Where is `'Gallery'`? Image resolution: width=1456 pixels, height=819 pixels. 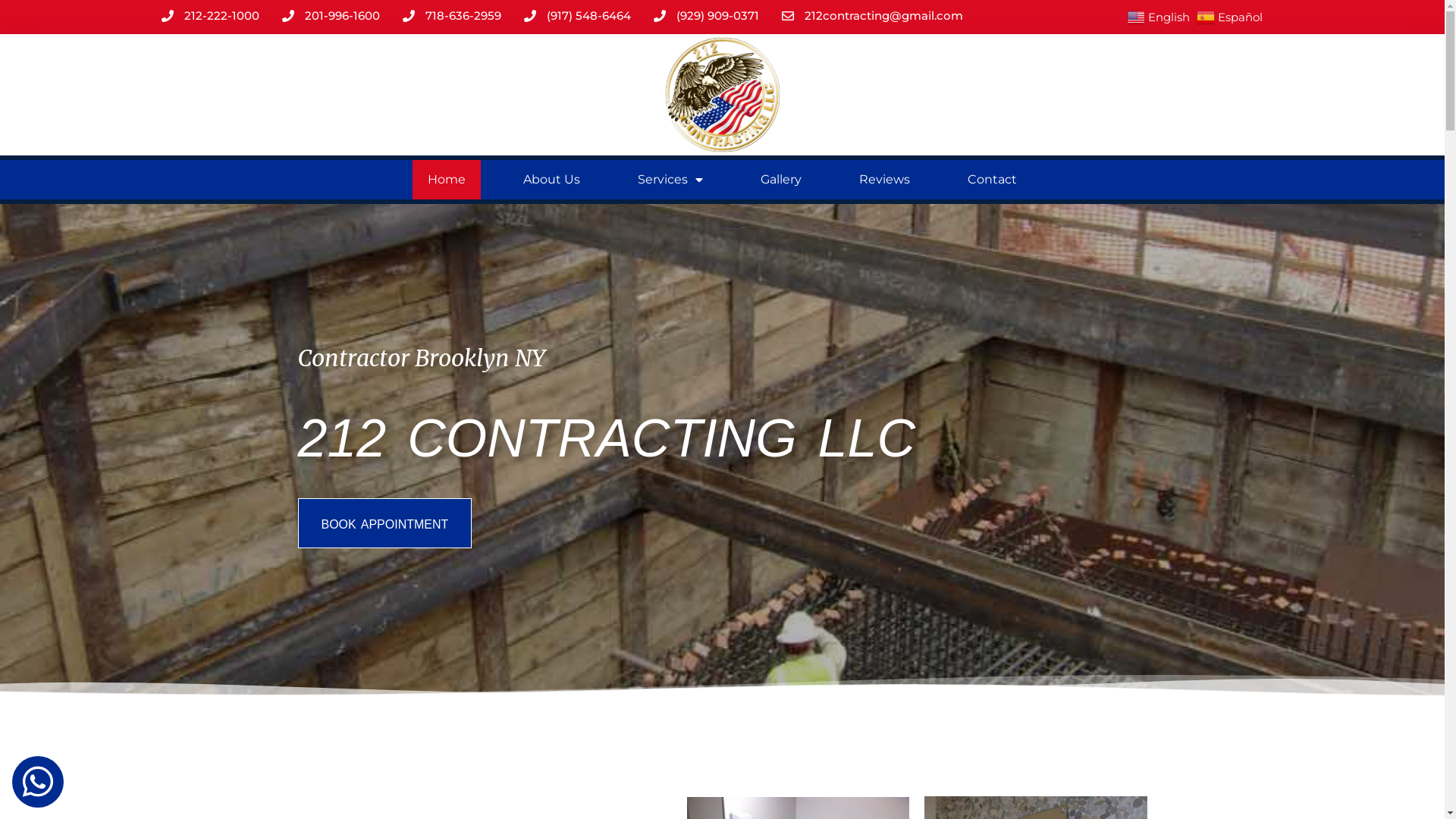
'Gallery' is located at coordinates (781, 178).